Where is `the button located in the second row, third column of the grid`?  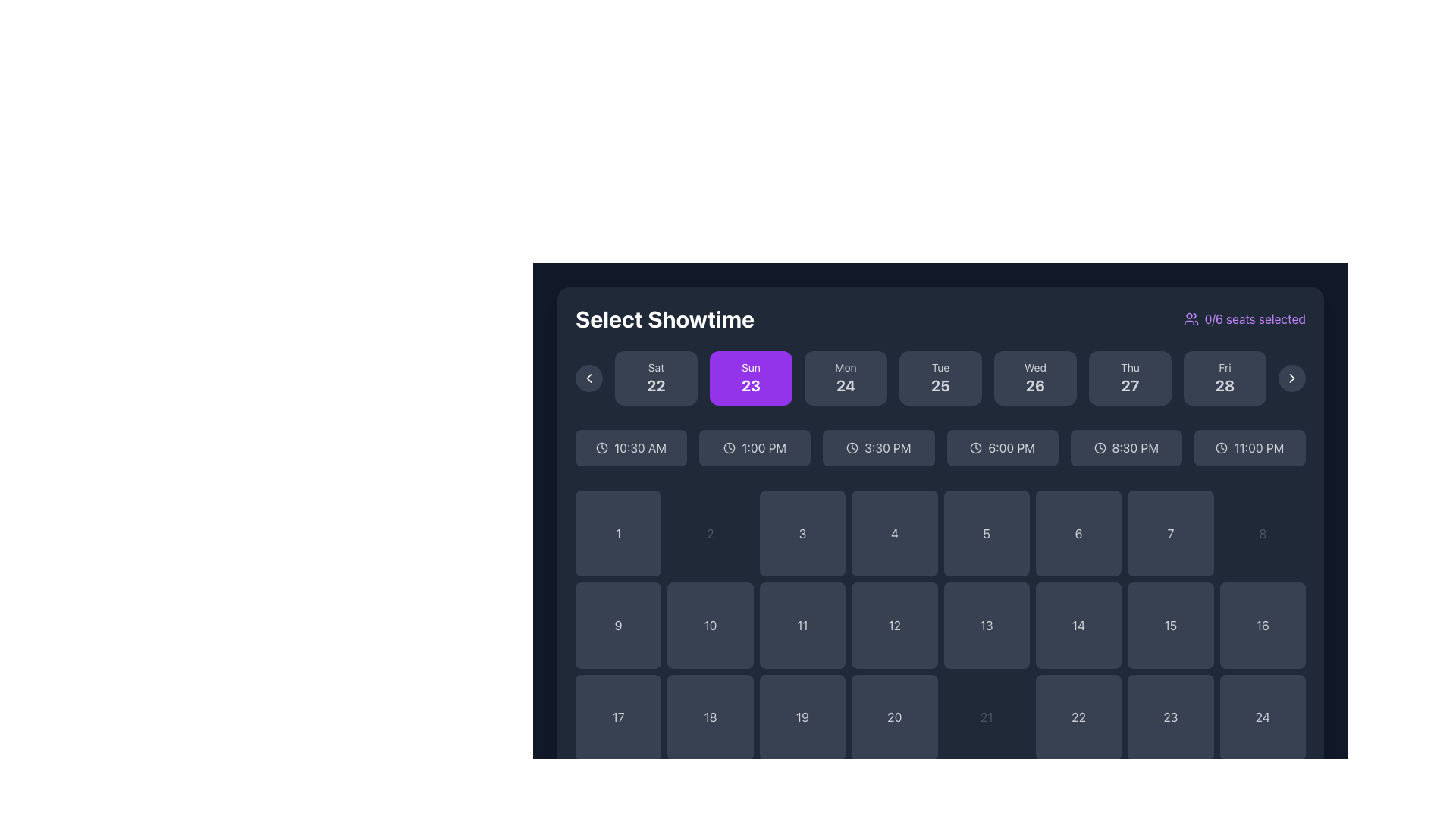
the button located in the second row, third column of the grid is located at coordinates (801, 626).